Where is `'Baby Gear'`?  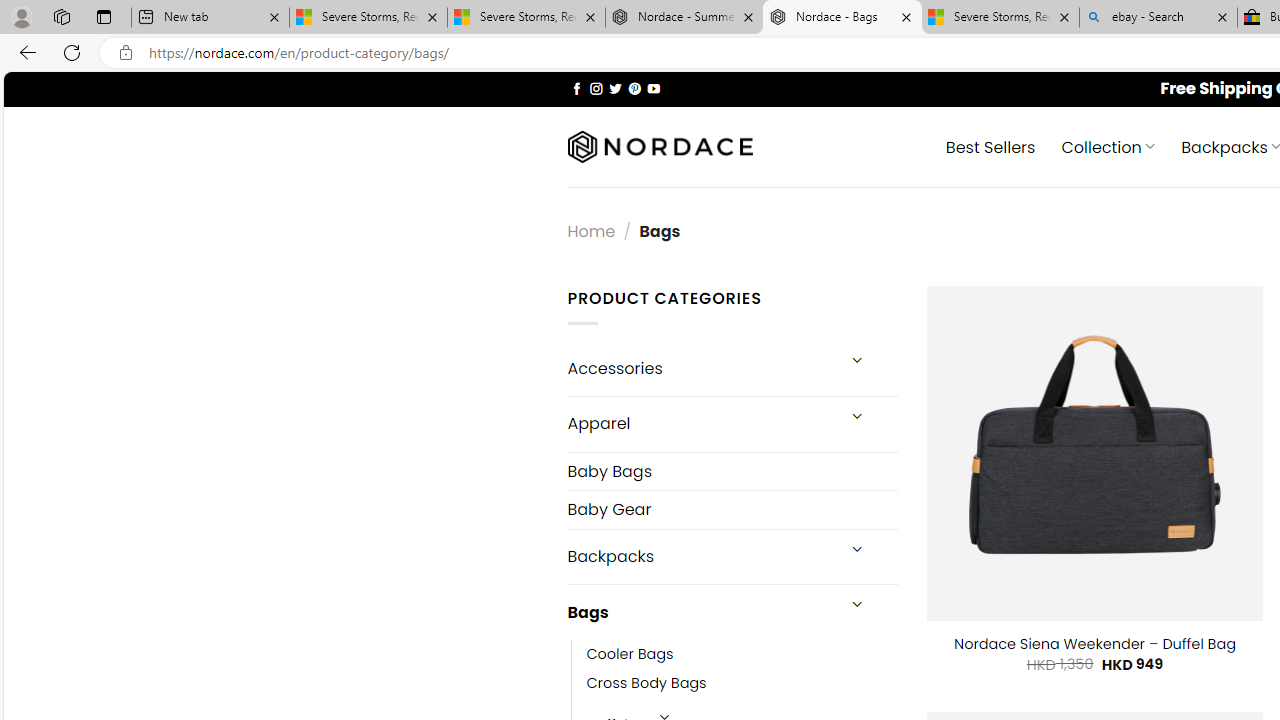 'Baby Gear' is located at coordinates (731, 508).